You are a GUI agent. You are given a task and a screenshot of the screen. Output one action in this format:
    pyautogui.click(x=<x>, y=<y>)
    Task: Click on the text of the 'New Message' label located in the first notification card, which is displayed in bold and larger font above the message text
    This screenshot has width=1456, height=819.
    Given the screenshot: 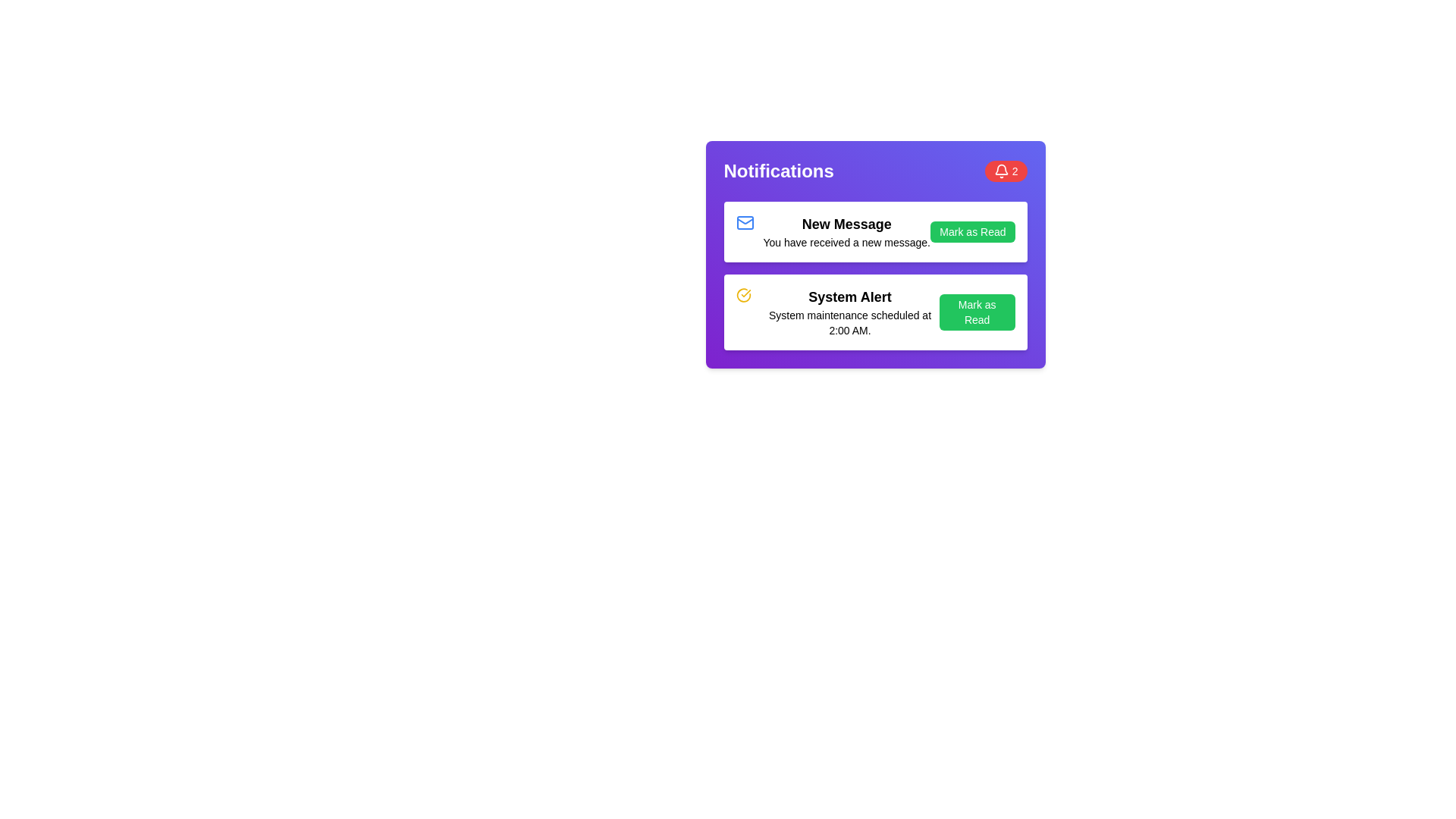 What is the action you would take?
    pyautogui.click(x=846, y=224)
    